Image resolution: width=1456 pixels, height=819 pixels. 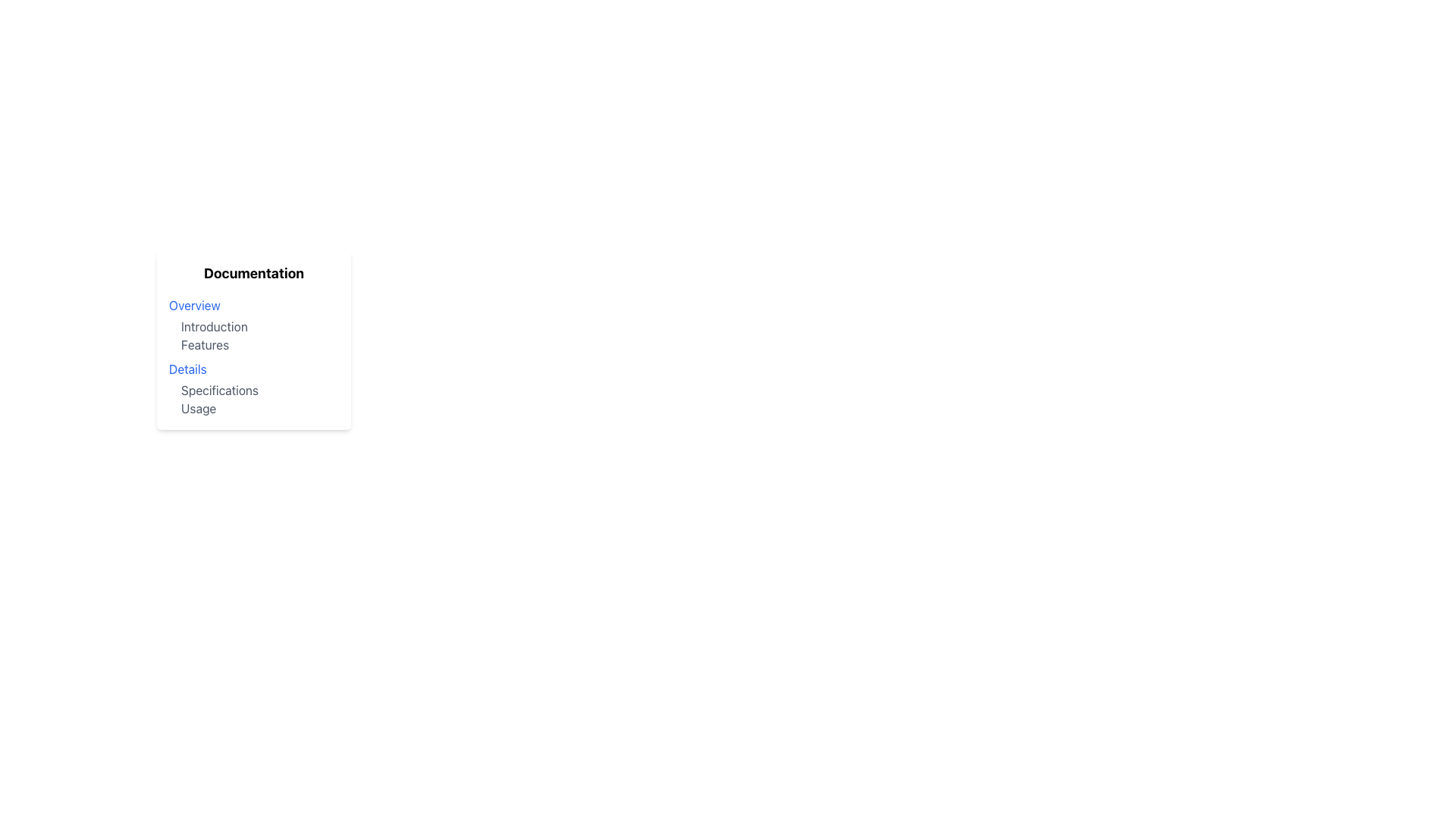 I want to click on the hyperlink labeled 'Details', which is styled in blue and underlined on hover, so click(x=187, y=369).